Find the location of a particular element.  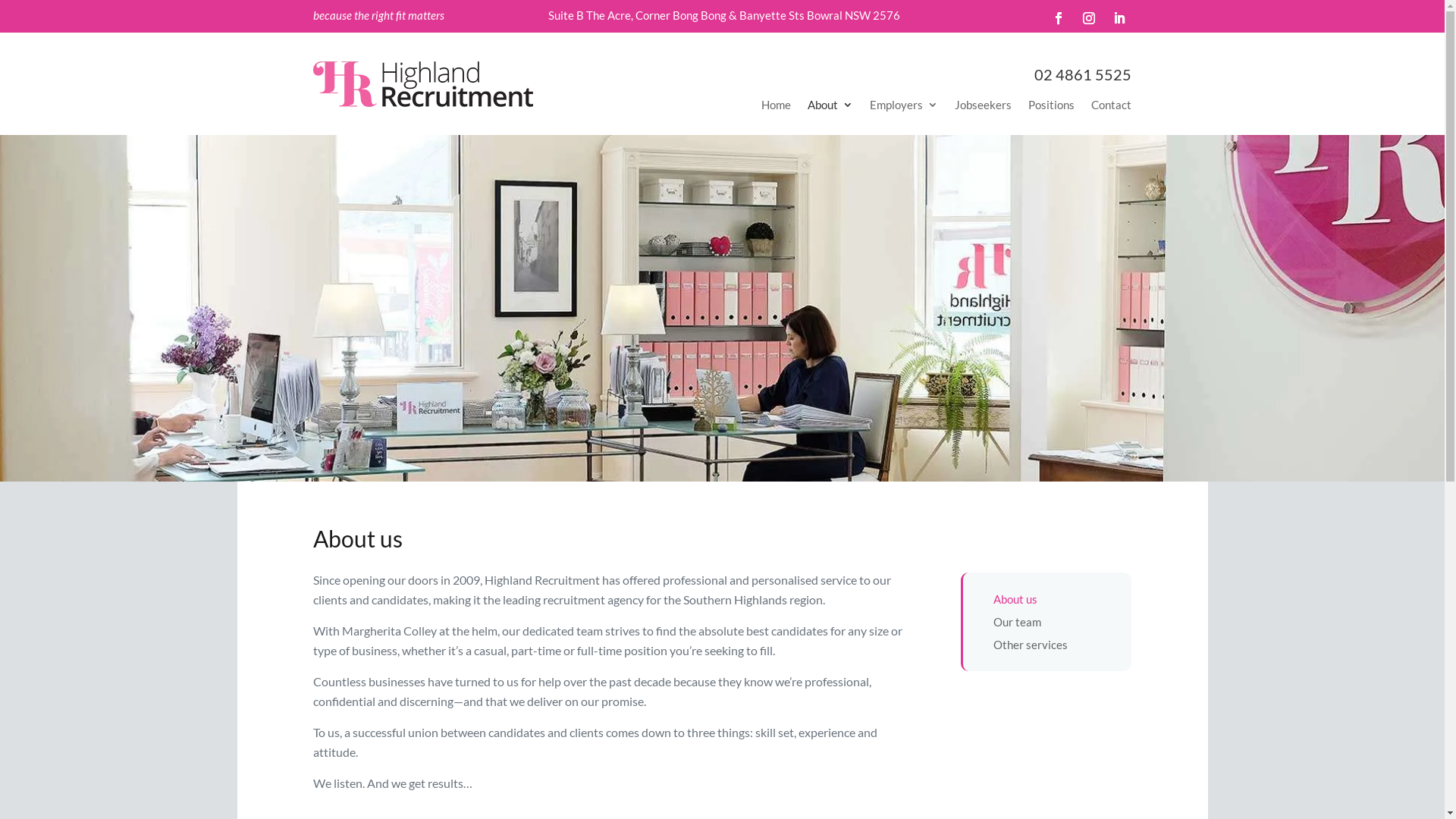

'Other services' is located at coordinates (1030, 647).